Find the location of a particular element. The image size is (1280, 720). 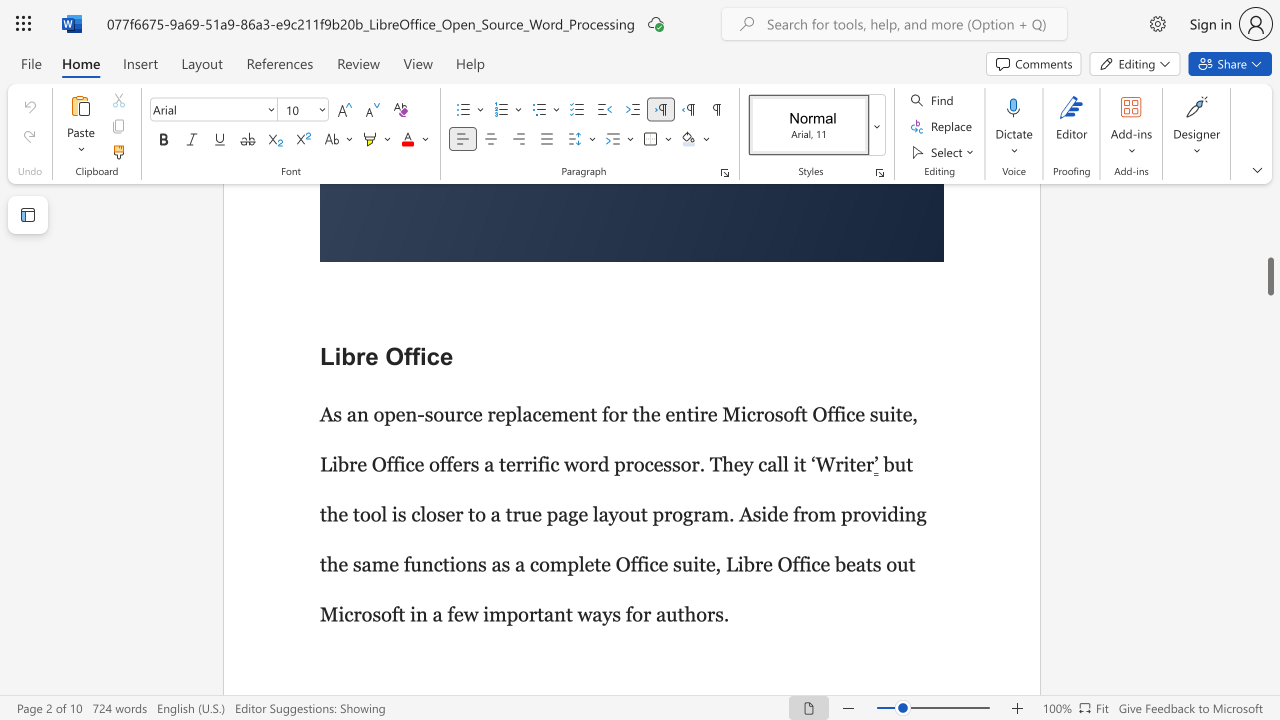

the 3th character "n" in the text is located at coordinates (583, 413).